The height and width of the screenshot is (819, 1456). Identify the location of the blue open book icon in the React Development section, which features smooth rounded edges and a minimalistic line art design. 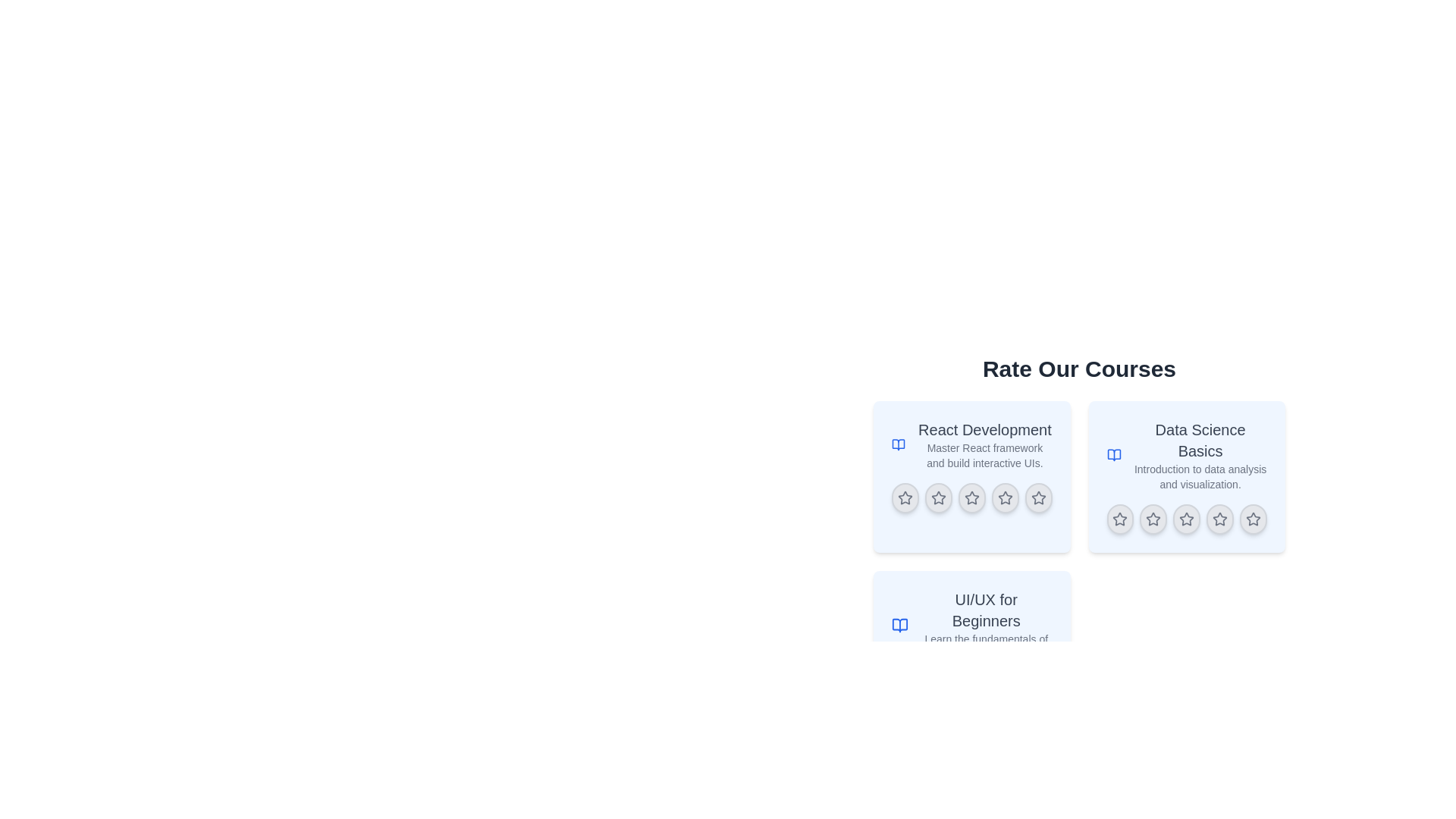
(899, 444).